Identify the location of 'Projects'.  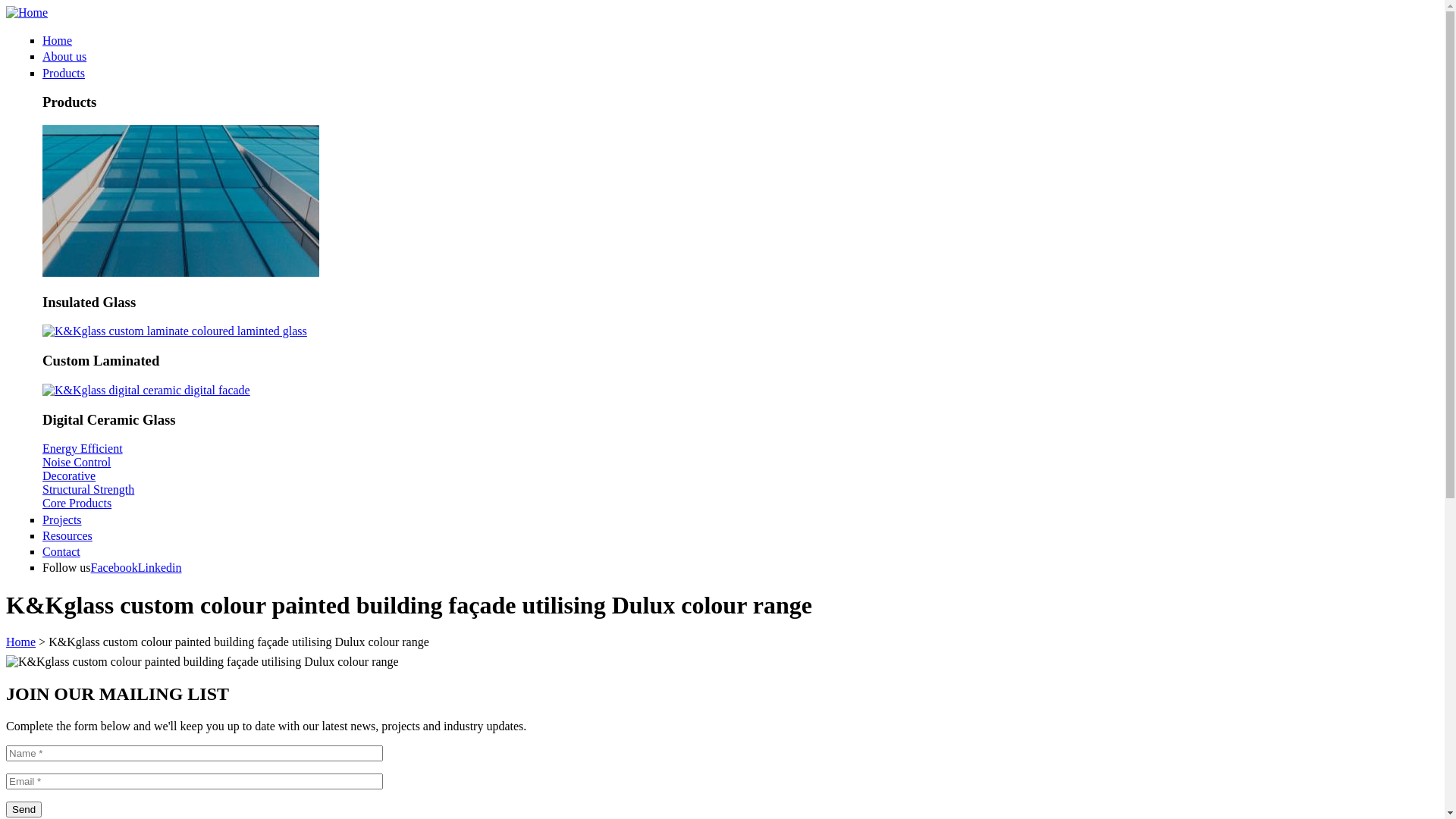
(61, 518).